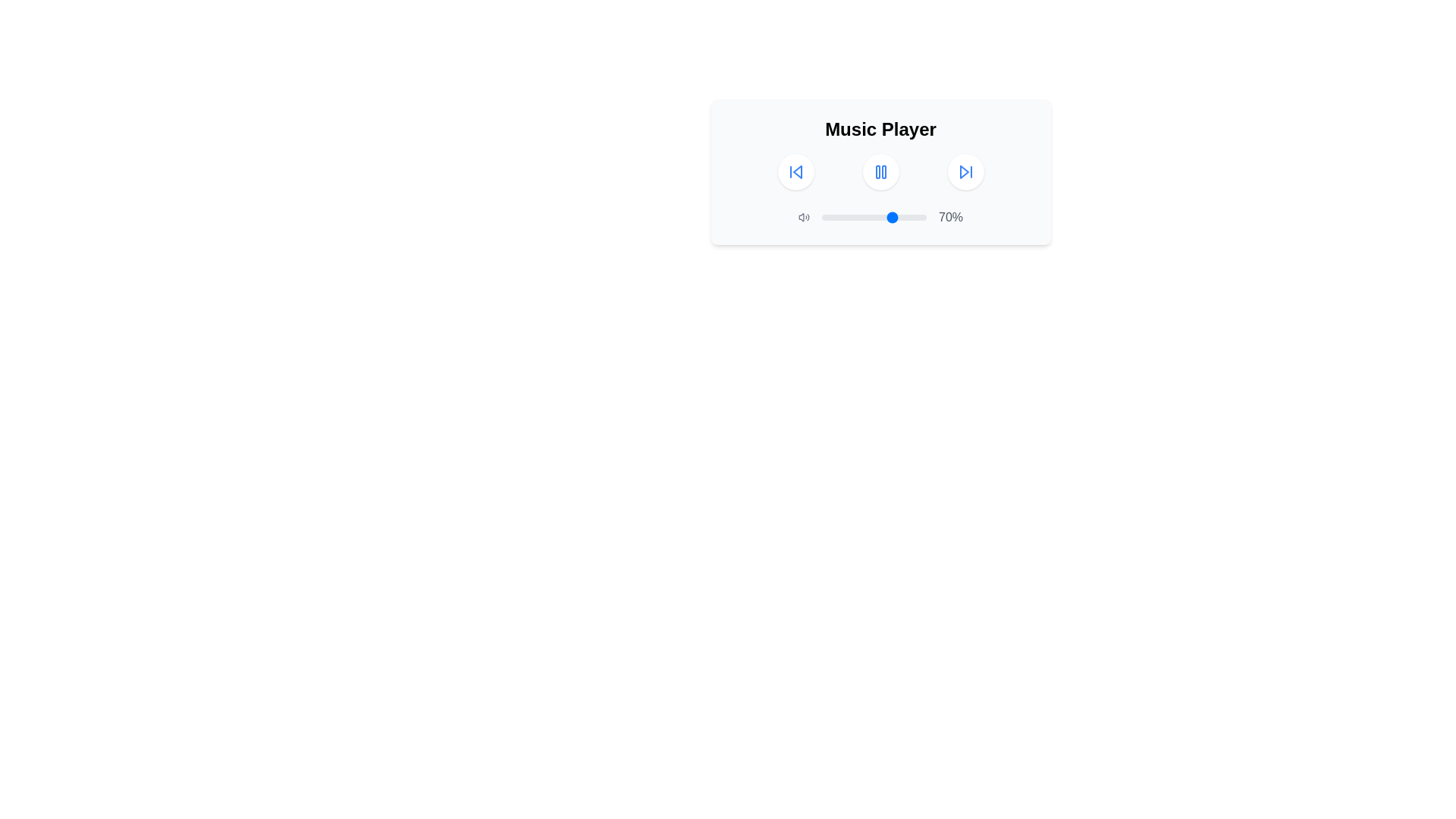  Describe the element at coordinates (874, 217) in the screenshot. I see `the slider` at that location.